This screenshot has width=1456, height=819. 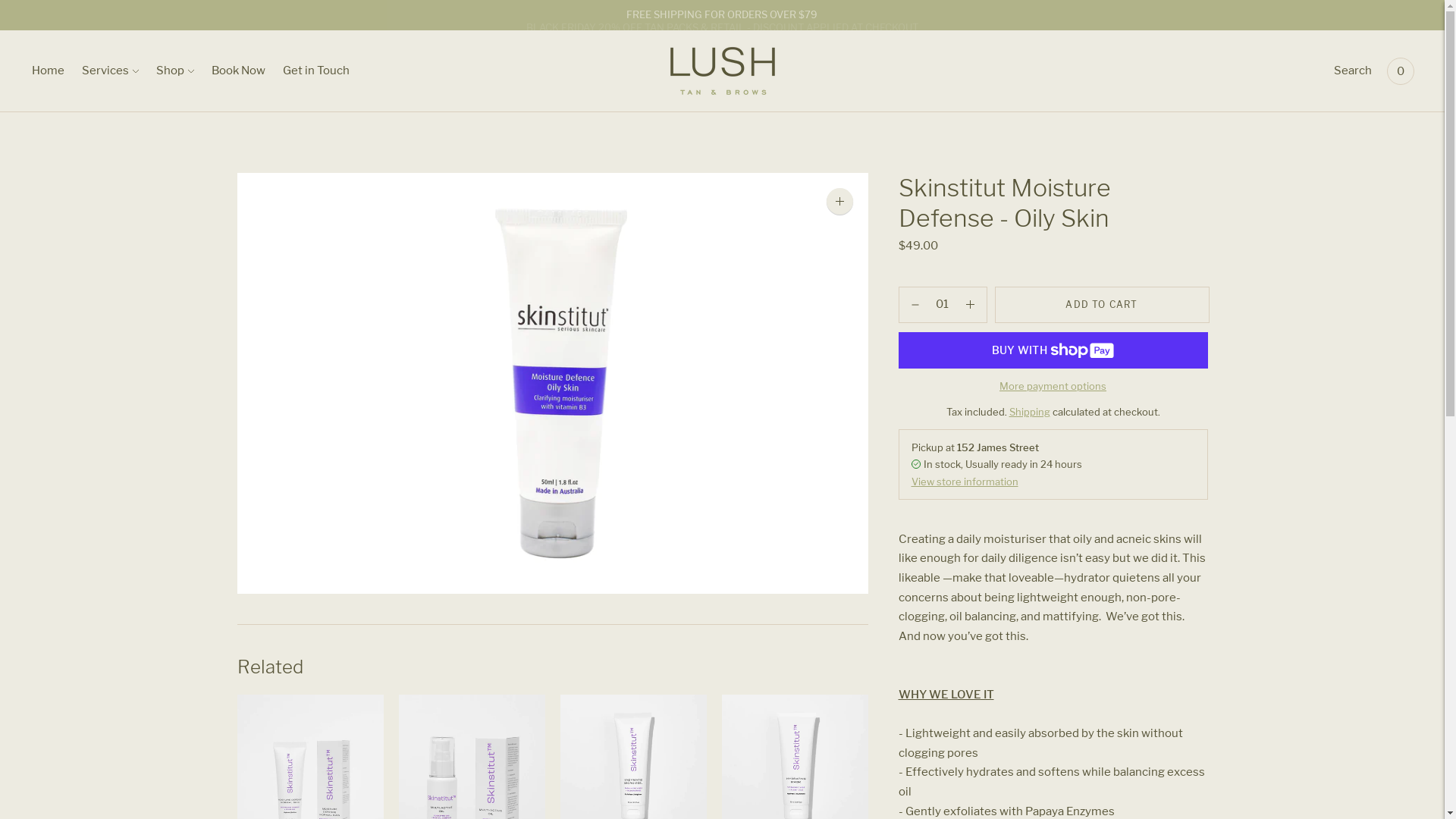 I want to click on 'ADD TO CART', so click(x=1102, y=304).